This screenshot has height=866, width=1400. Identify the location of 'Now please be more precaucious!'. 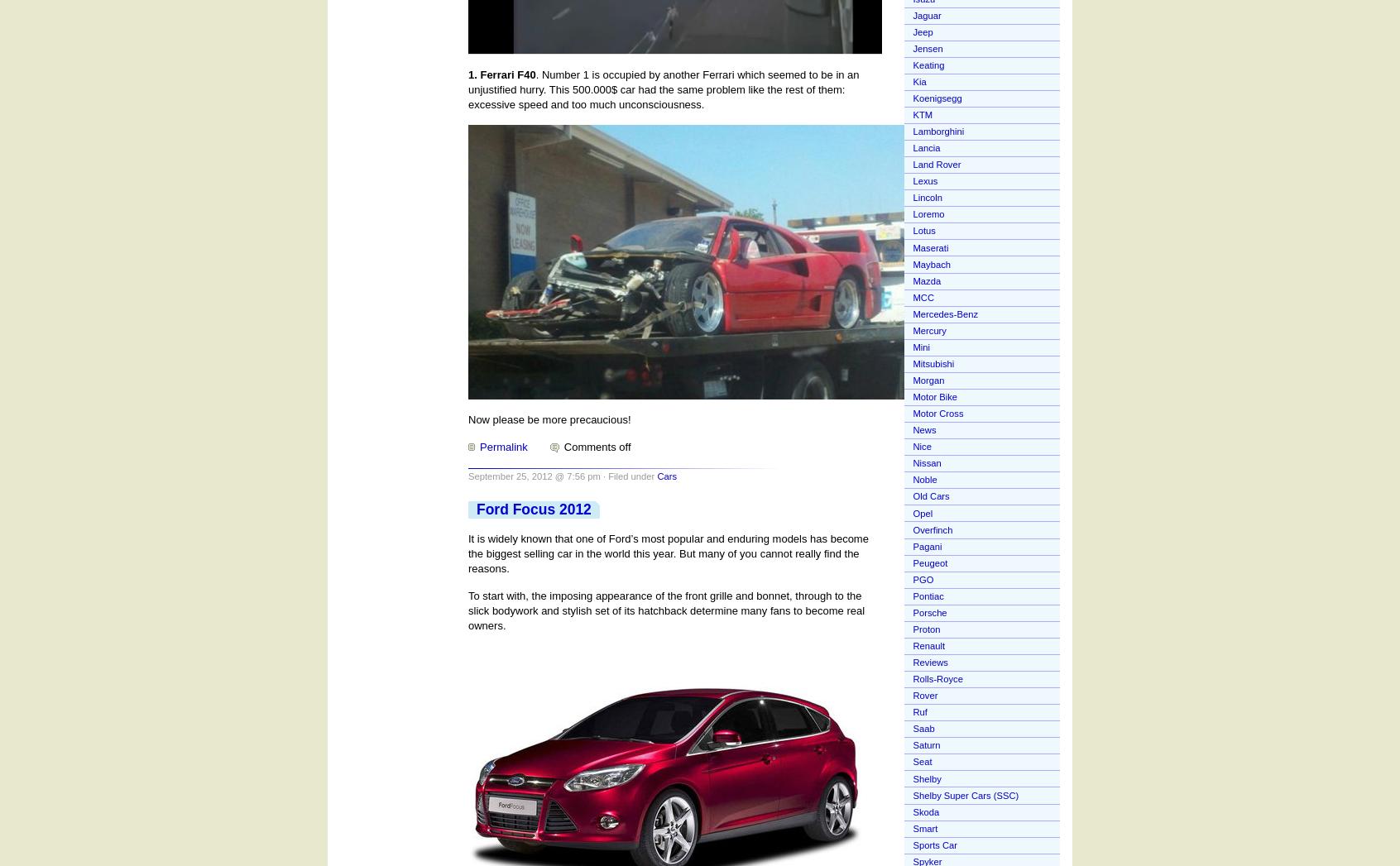
(549, 418).